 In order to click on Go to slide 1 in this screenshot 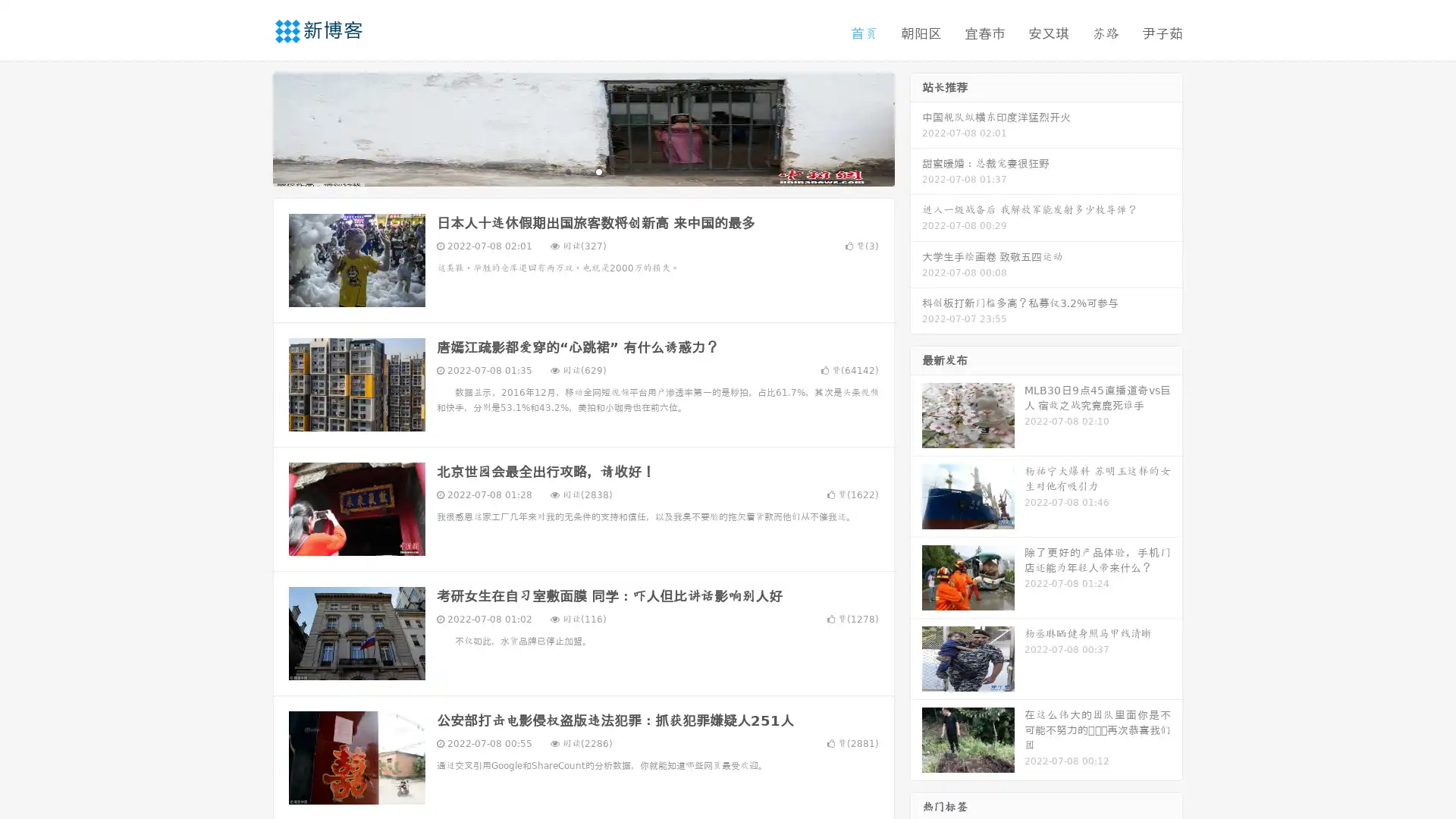, I will do `click(567, 171)`.